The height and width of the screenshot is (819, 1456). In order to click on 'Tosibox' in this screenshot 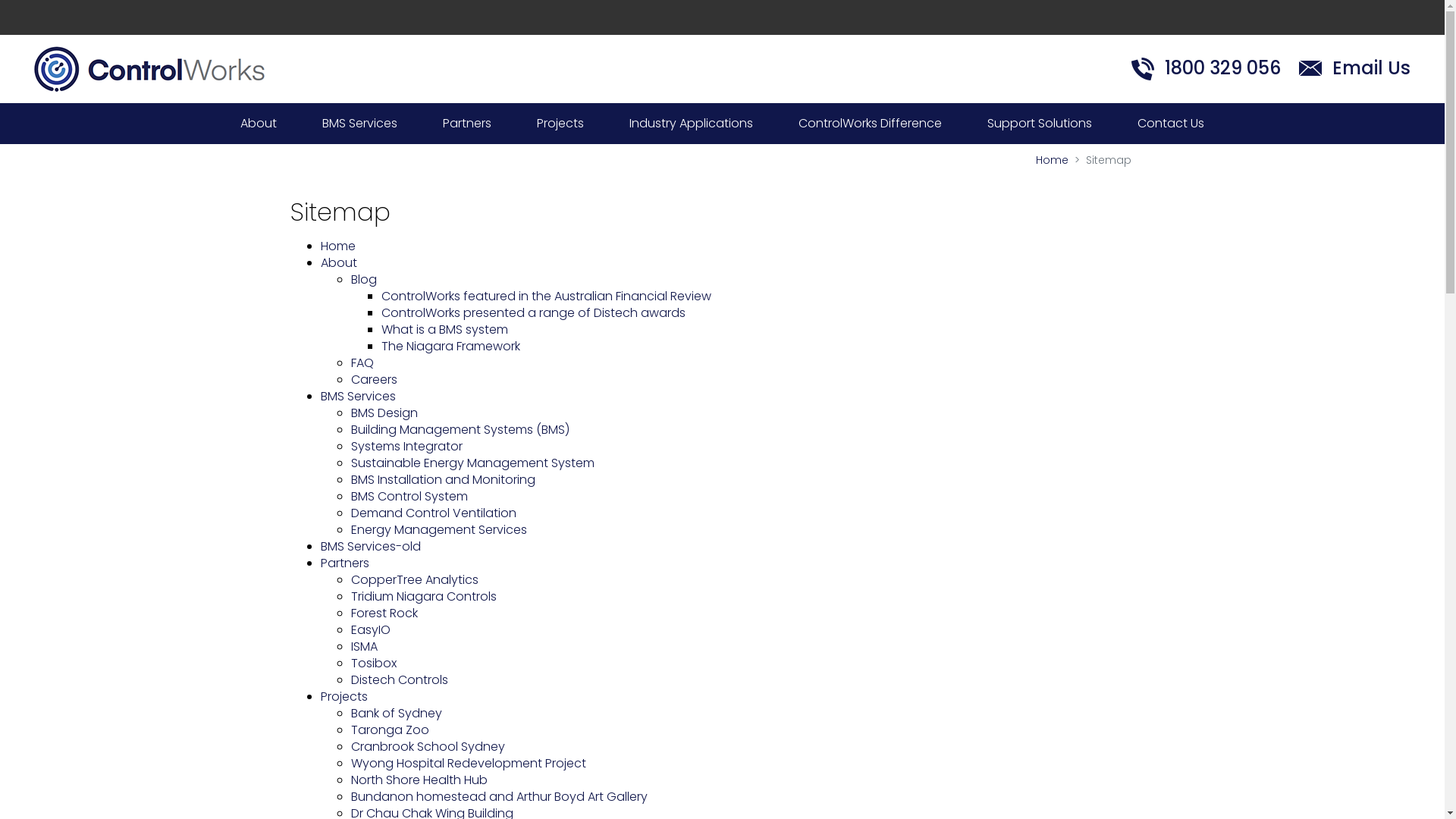, I will do `click(349, 662)`.